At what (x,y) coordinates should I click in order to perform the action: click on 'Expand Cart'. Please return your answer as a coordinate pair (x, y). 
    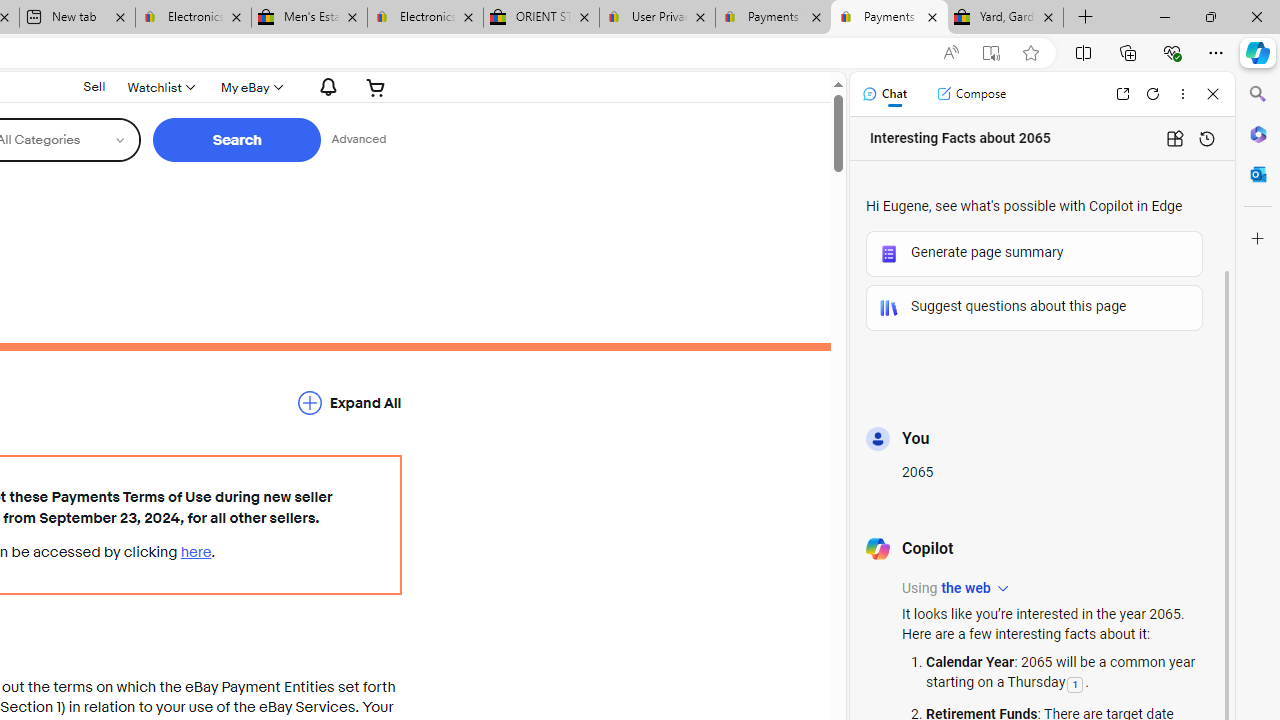
    Looking at the image, I should click on (376, 86).